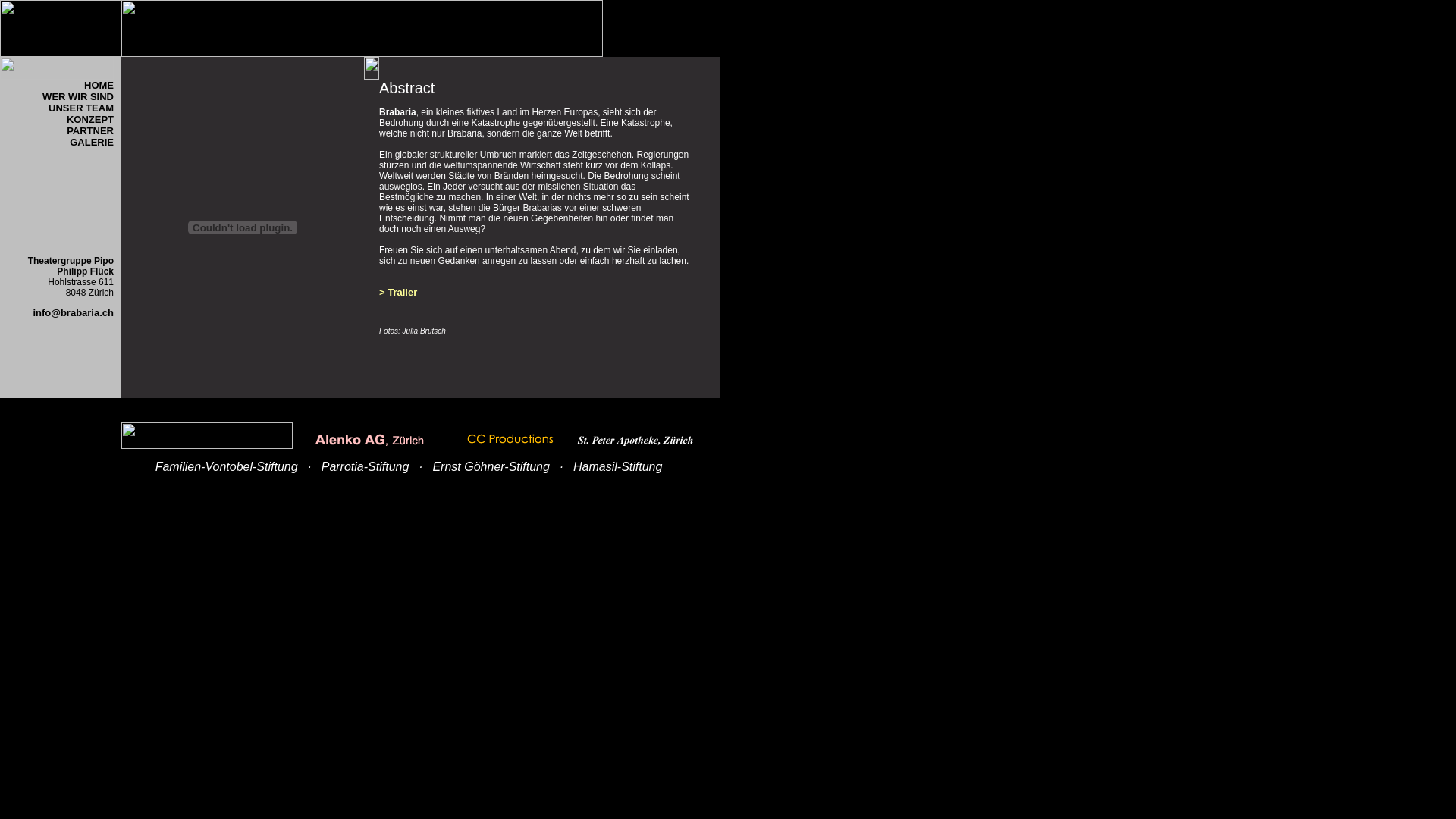 The height and width of the screenshot is (819, 1456). What do you see at coordinates (80, 113) in the screenshot?
I see `'UNSER TEAM'` at bounding box center [80, 113].